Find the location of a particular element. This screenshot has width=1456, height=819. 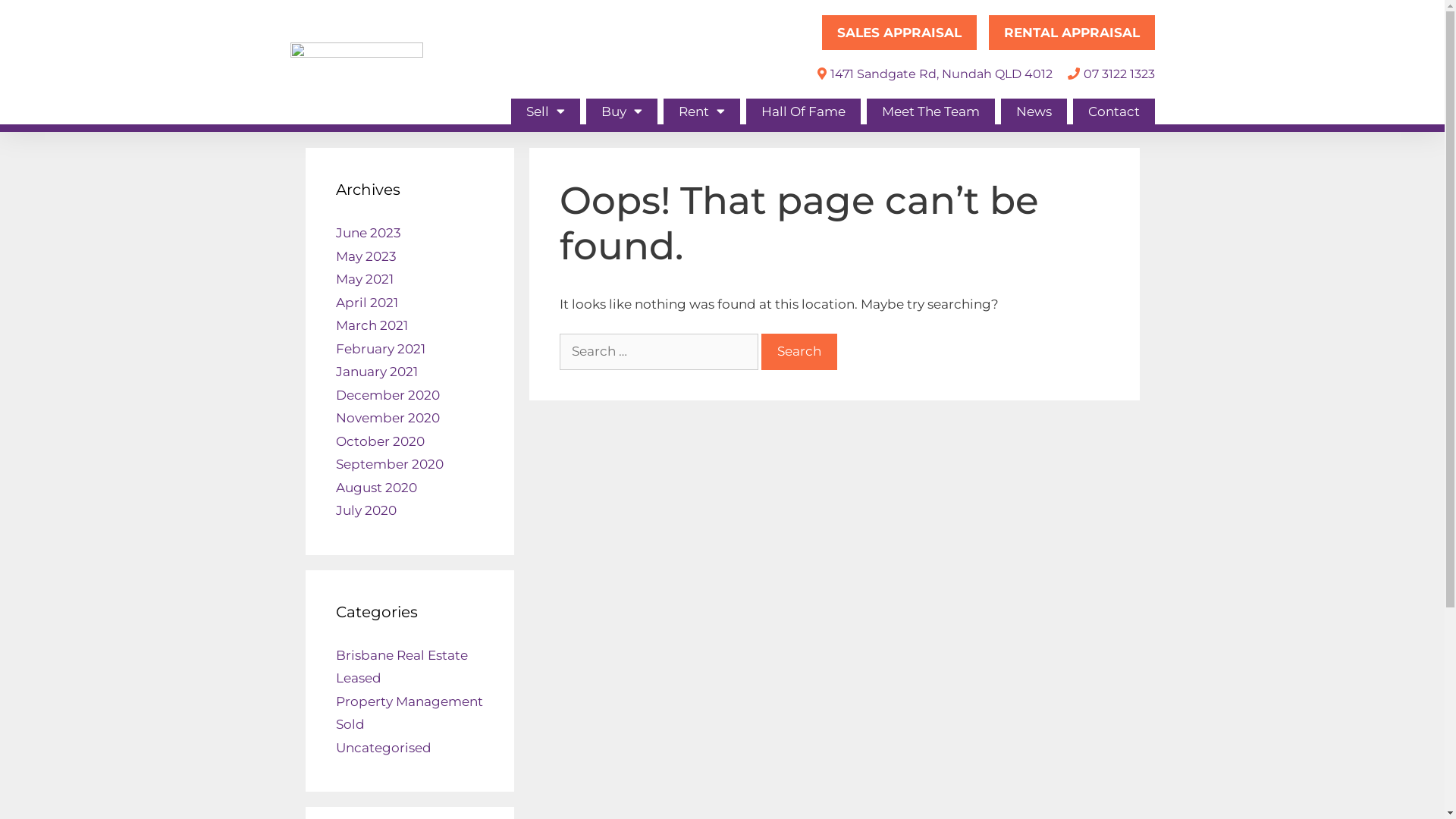

'February 2021' is located at coordinates (379, 348).